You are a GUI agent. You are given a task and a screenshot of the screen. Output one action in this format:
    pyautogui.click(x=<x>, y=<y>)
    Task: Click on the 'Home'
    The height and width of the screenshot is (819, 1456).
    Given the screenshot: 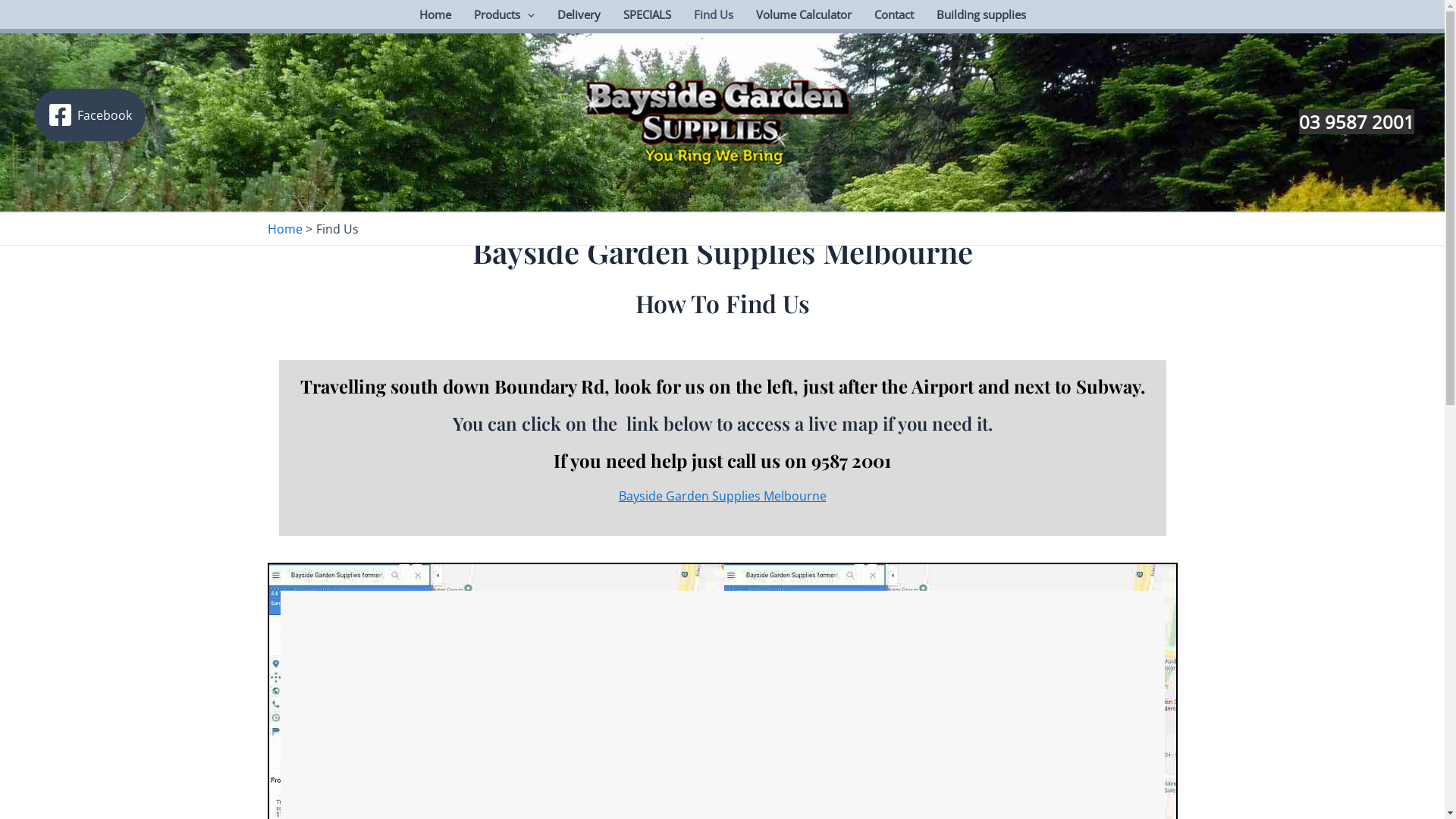 What is the action you would take?
    pyautogui.click(x=435, y=14)
    